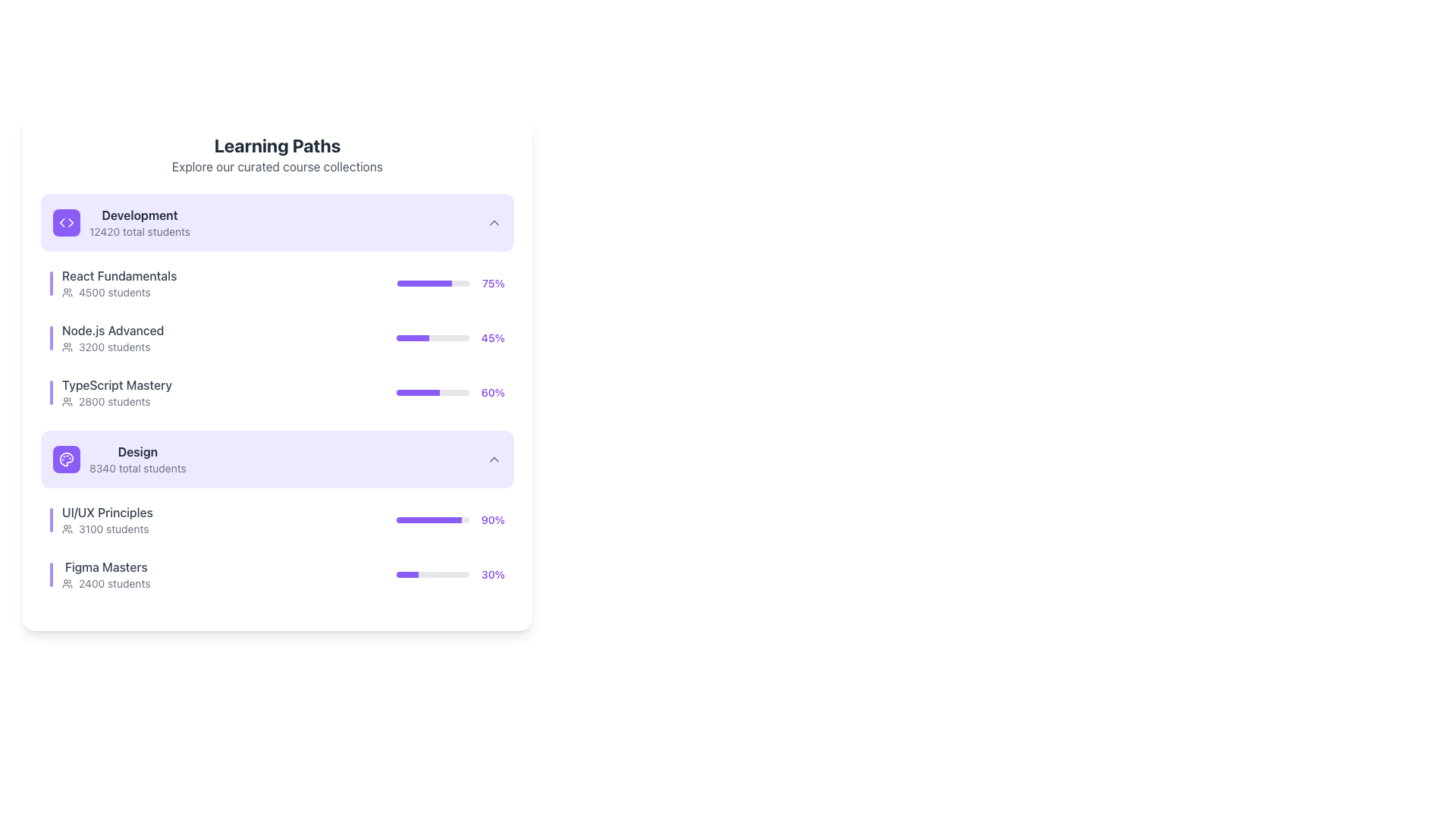  Describe the element at coordinates (450, 391) in the screenshot. I see `the progress indicator with a percentage label displaying '60%' for the 'TypeScript Mastery' course, located within the 'Development' section` at that location.